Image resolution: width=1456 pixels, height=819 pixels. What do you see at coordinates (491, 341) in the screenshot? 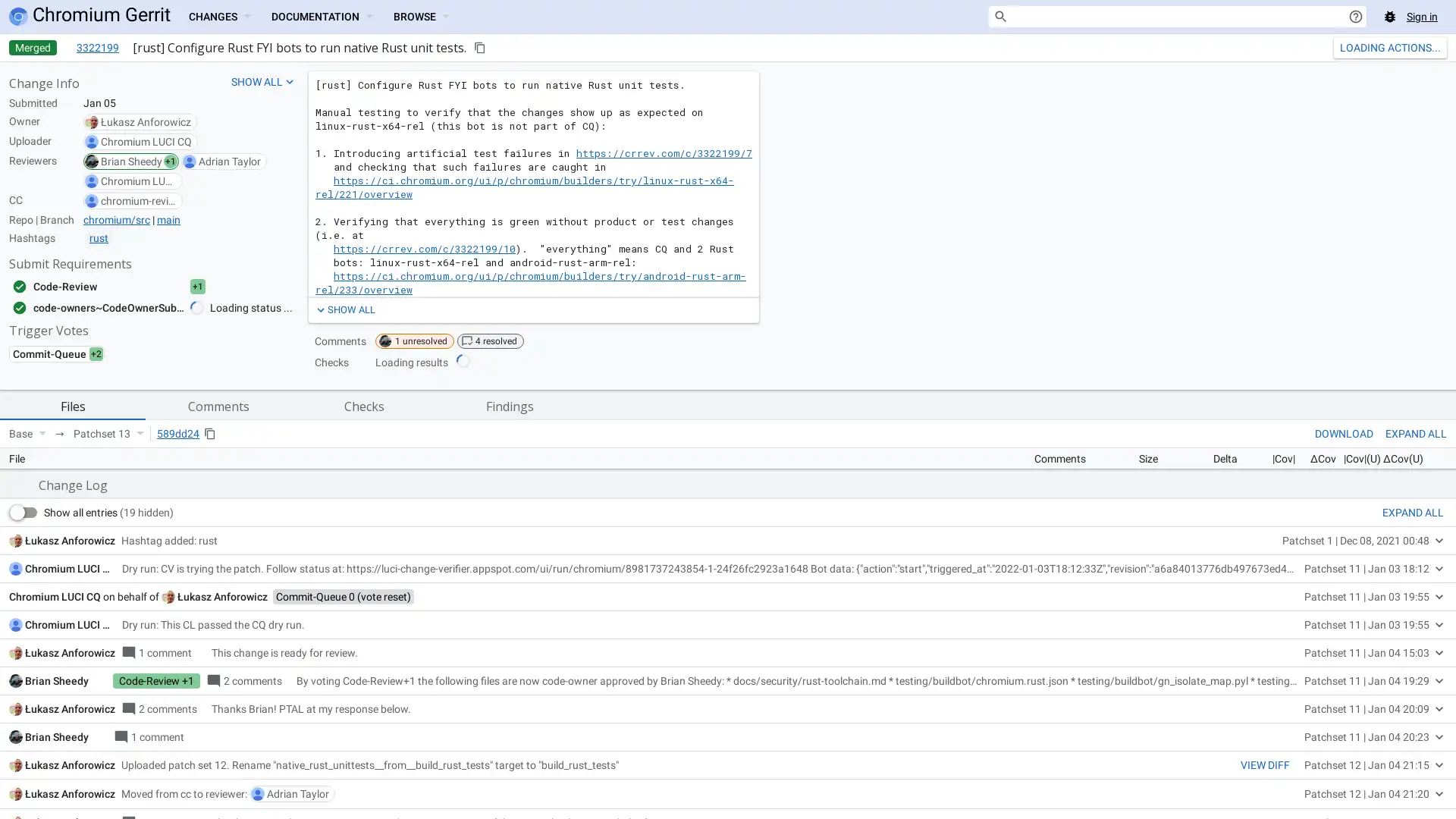
I see `4 resolved` at bounding box center [491, 341].